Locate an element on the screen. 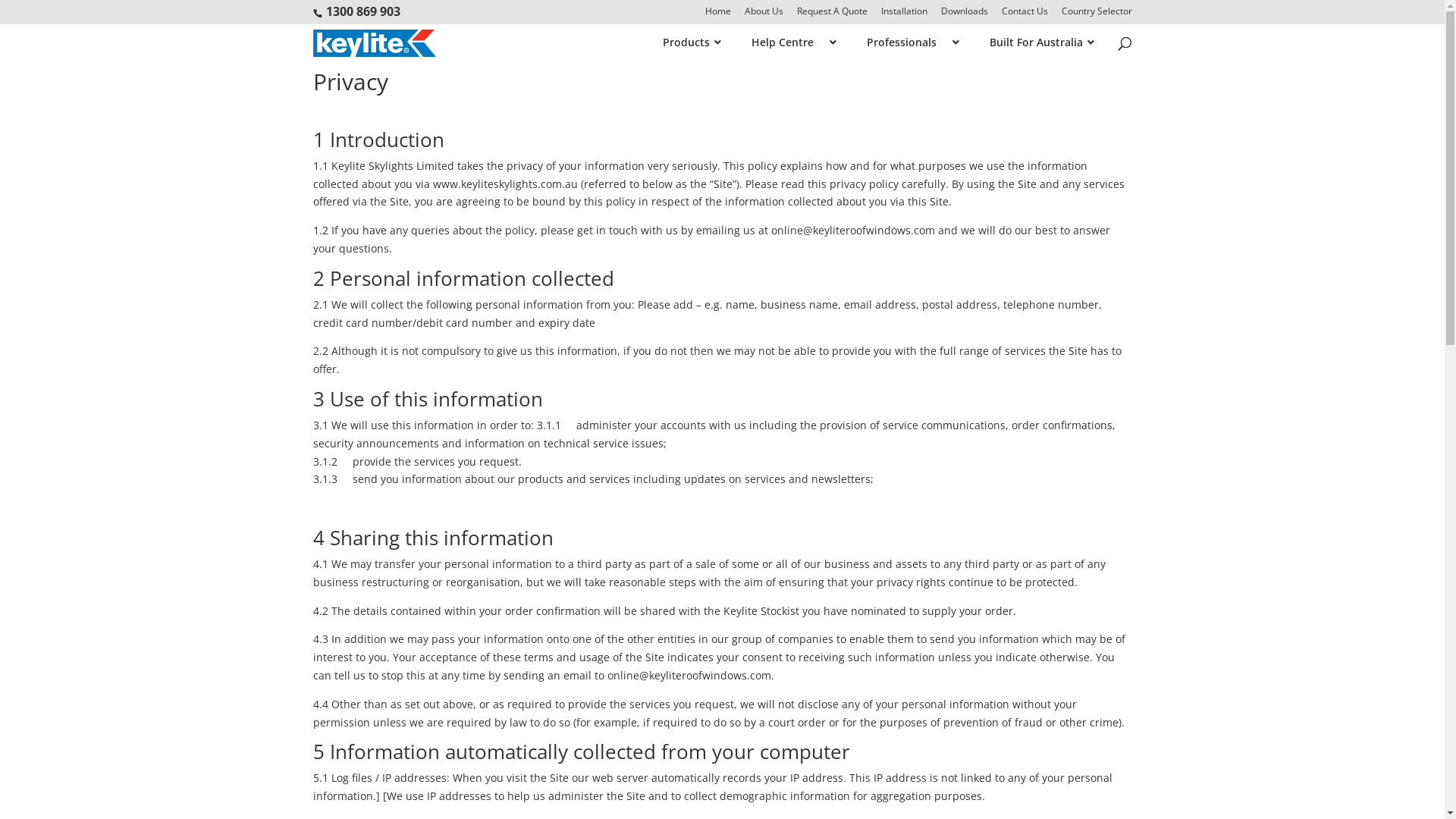 The image size is (1456, 819). 'Built For Australia' is located at coordinates (1033, 42).